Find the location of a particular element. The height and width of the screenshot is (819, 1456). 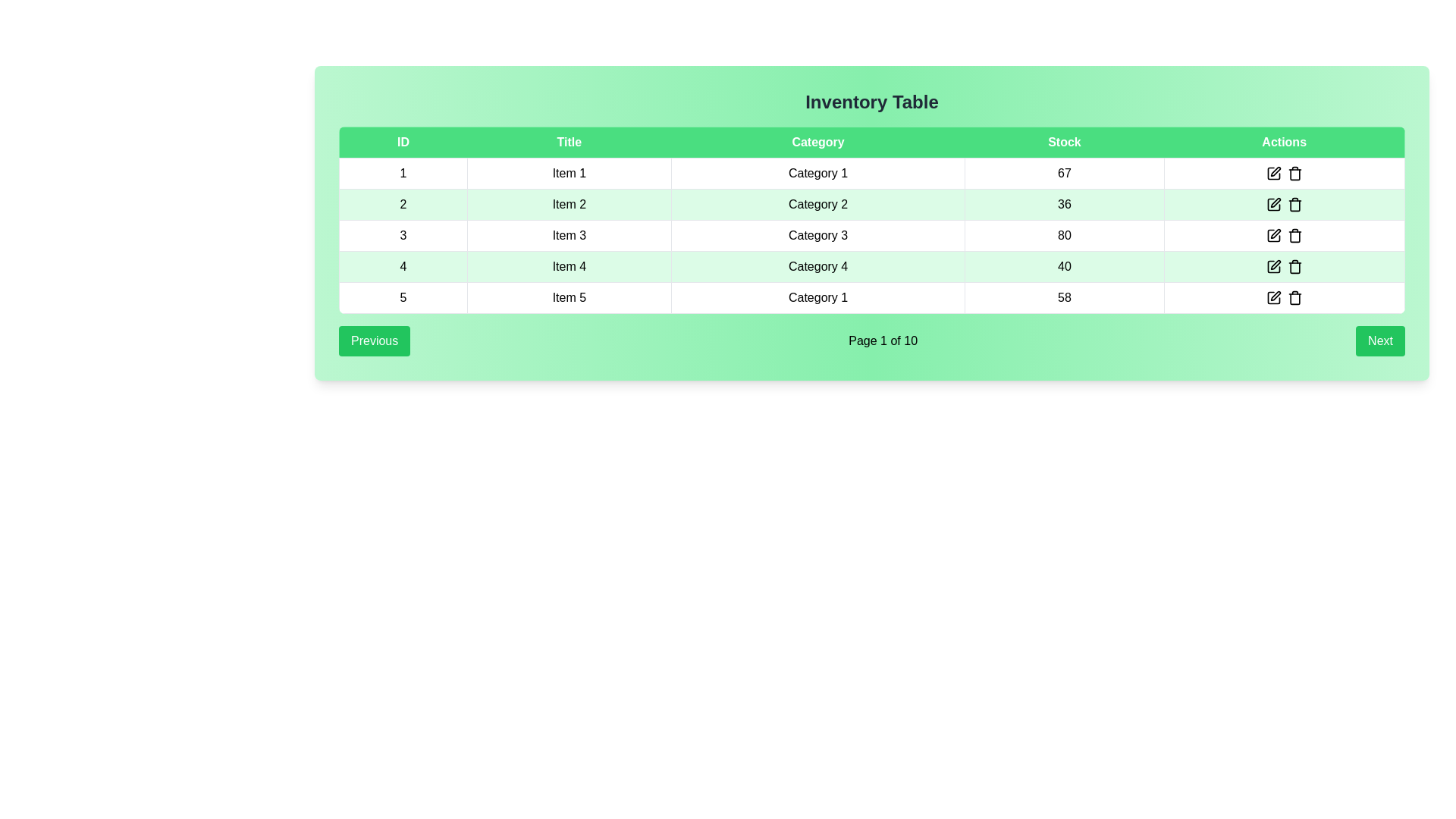

the table cell containing the text 'Item 1', which is located in the second column of the first row, styled with a border and centered text is located at coordinates (568, 172).